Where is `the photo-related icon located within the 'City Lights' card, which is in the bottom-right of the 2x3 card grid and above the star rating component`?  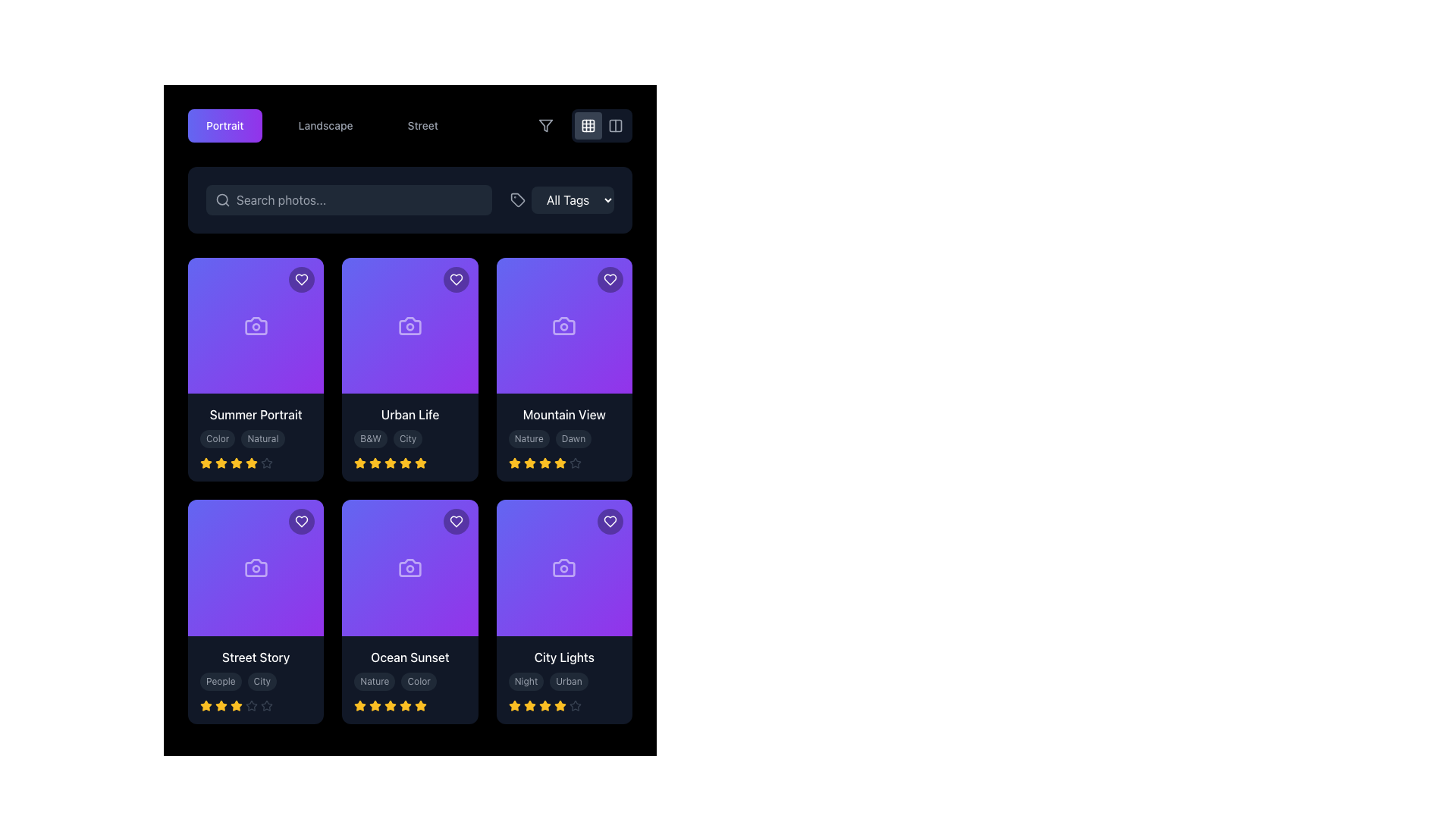
the photo-related icon located within the 'City Lights' card, which is in the bottom-right of the 2x3 card grid and above the star rating component is located at coordinates (563, 567).